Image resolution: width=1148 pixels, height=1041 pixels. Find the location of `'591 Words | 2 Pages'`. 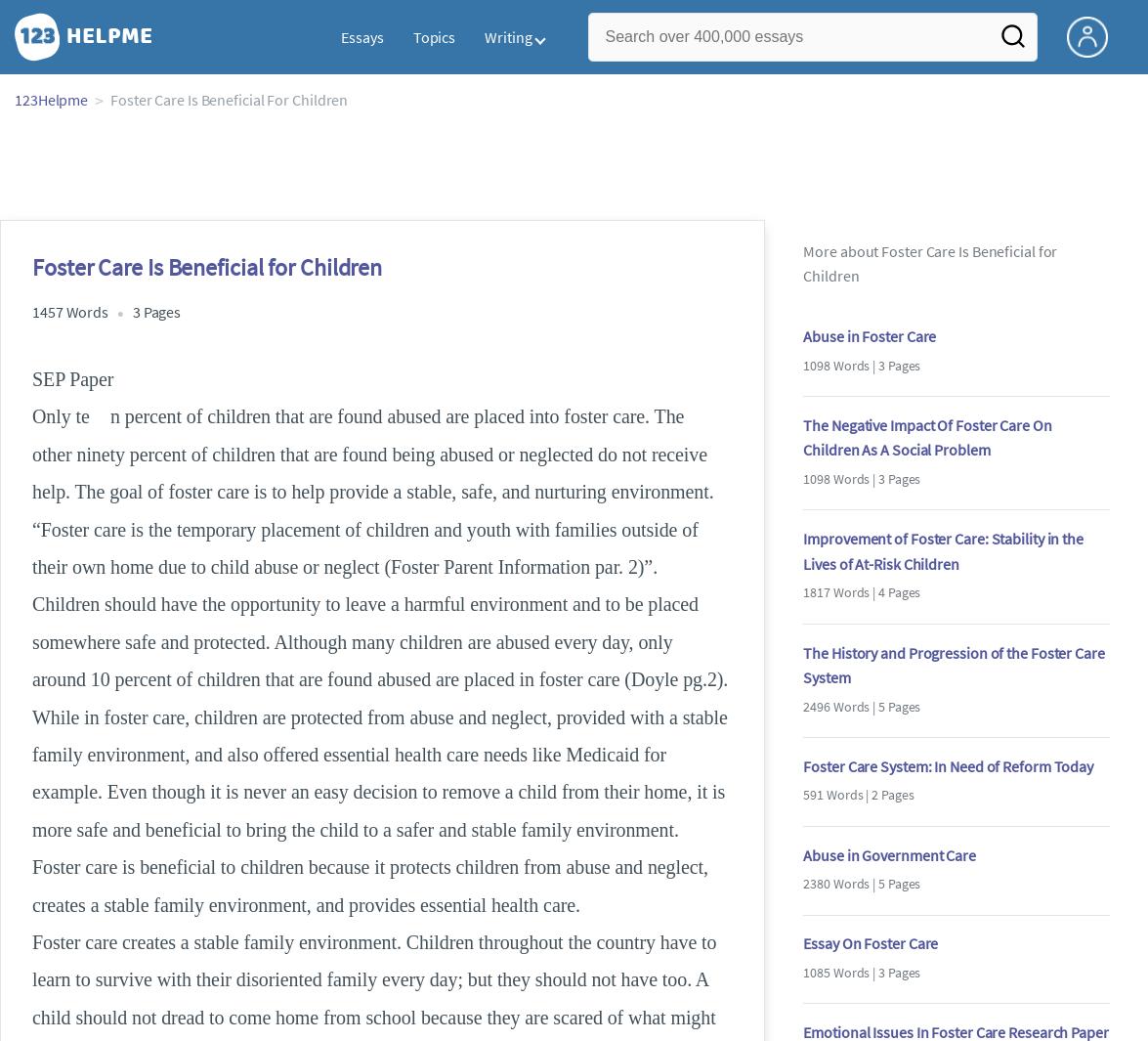

'591 Words | 2 Pages' is located at coordinates (857, 795).